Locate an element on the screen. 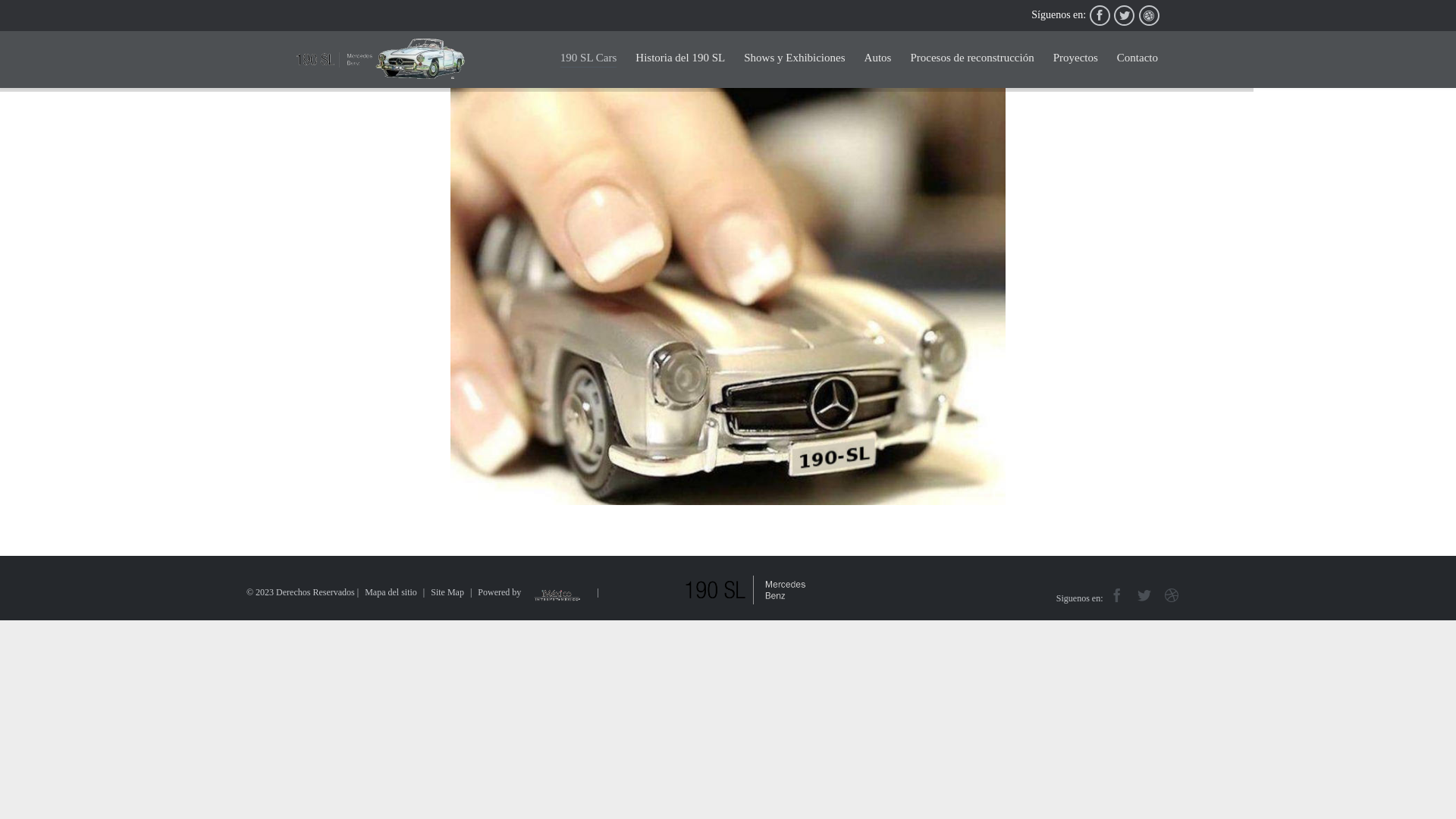 The width and height of the screenshot is (1456, 819). 'Shows y Exhibiciones' is located at coordinates (743, 58).